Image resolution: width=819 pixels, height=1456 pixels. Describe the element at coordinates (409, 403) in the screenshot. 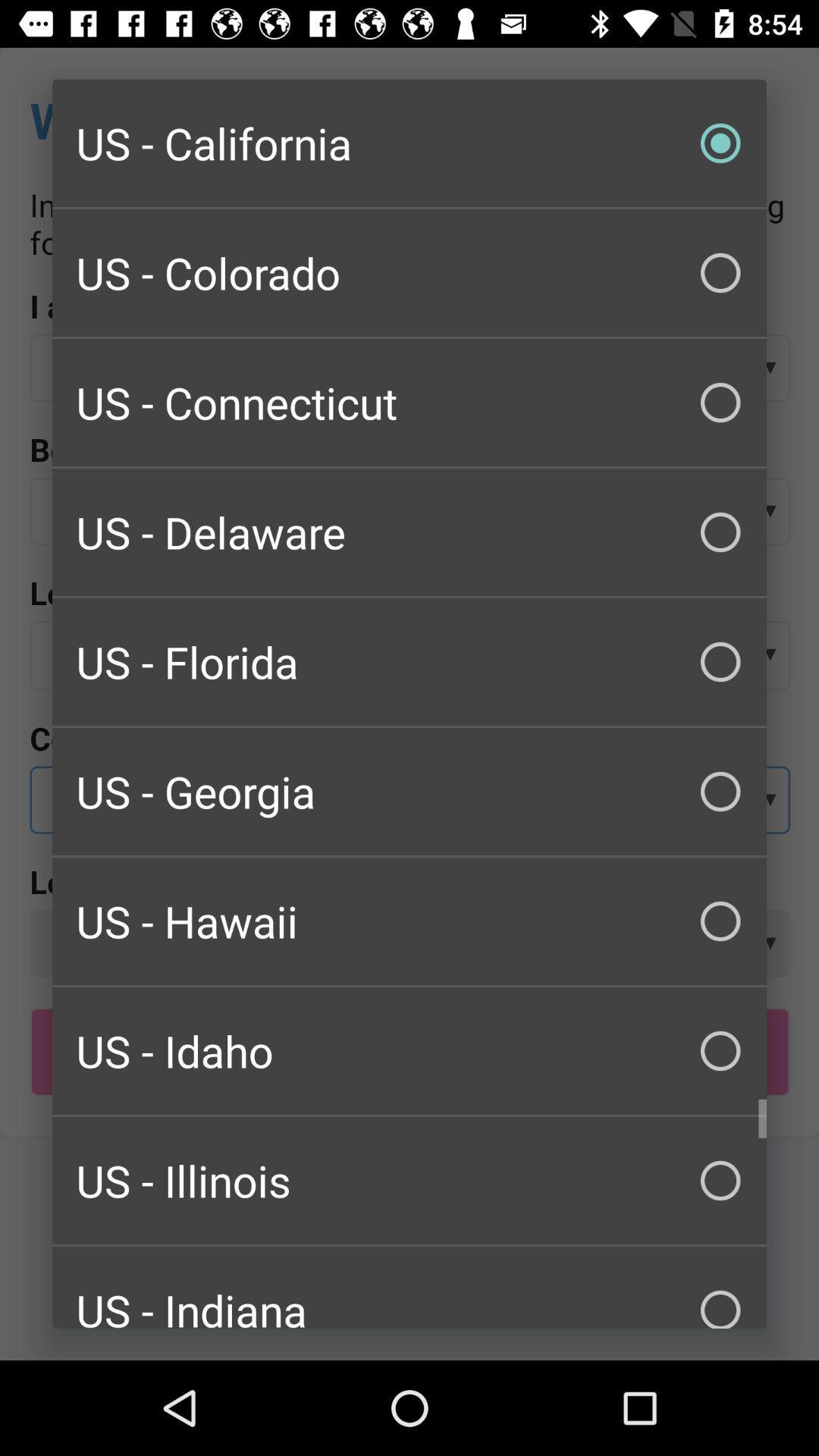

I see `the item above us - delaware item` at that location.